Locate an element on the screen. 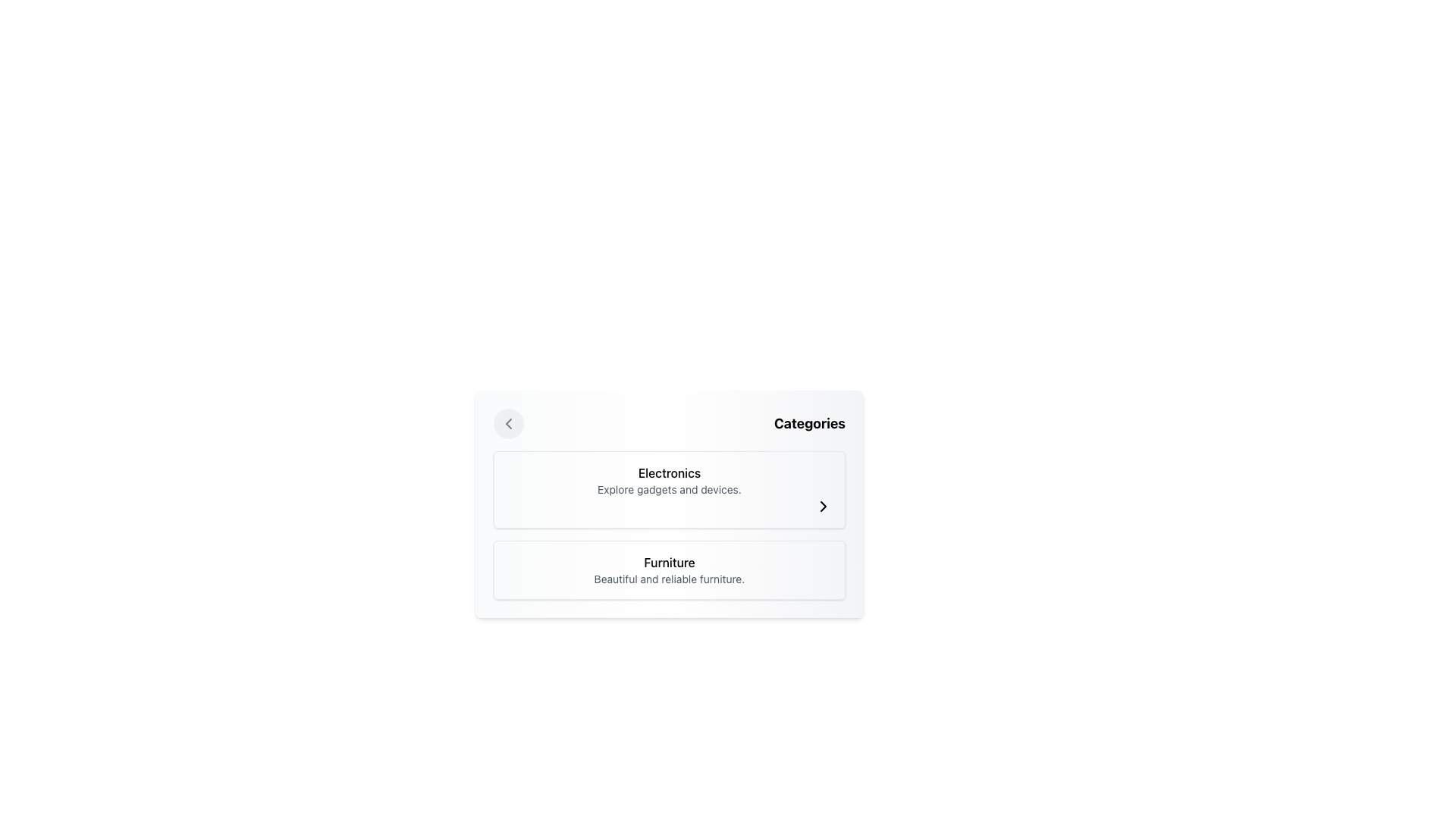 The height and width of the screenshot is (819, 1456). text content of the 'Furniture' label, which is the topmost text element in its card interface is located at coordinates (669, 562).